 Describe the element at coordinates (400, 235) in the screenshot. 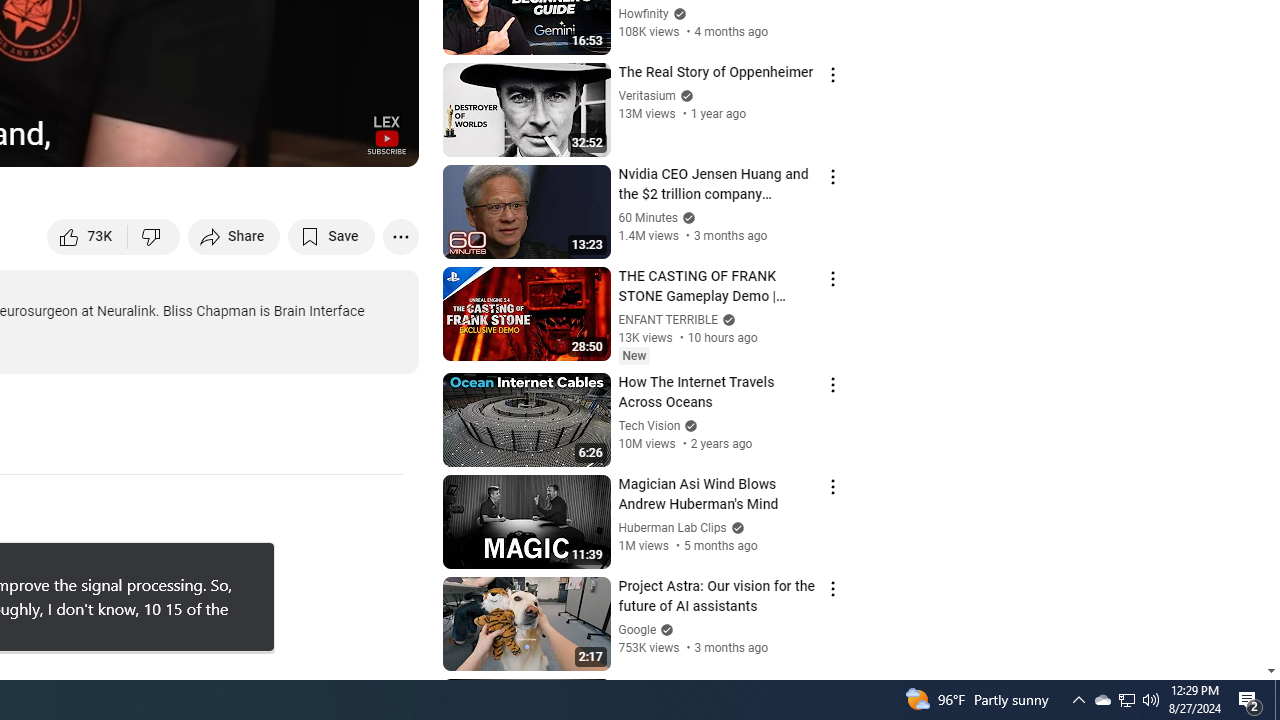

I see `'More actions'` at that location.